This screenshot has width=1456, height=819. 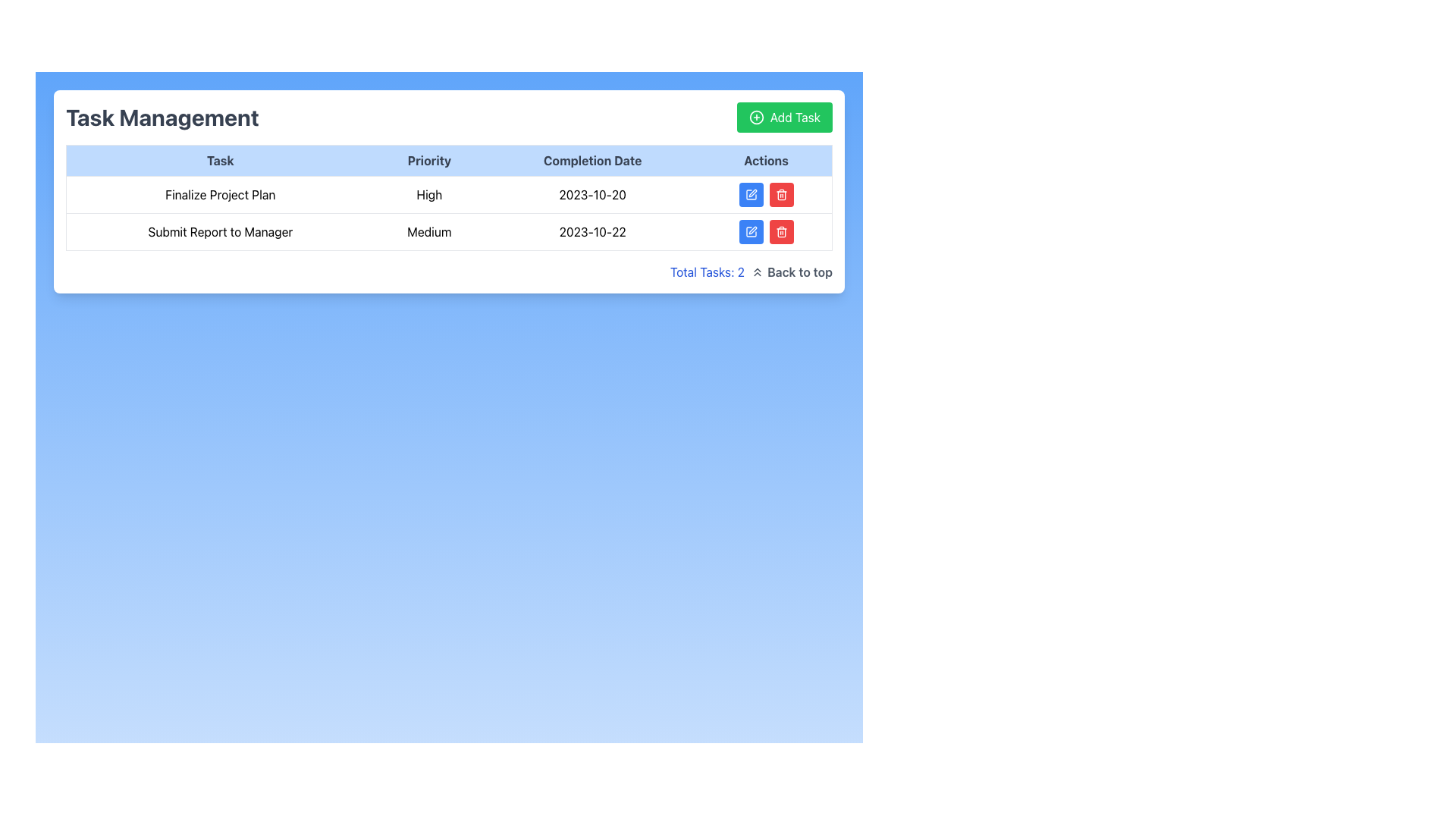 I want to click on the text label displaying 'Task' which is part of the header row in the Task Management section, indicating the first column title, so click(x=219, y=161).